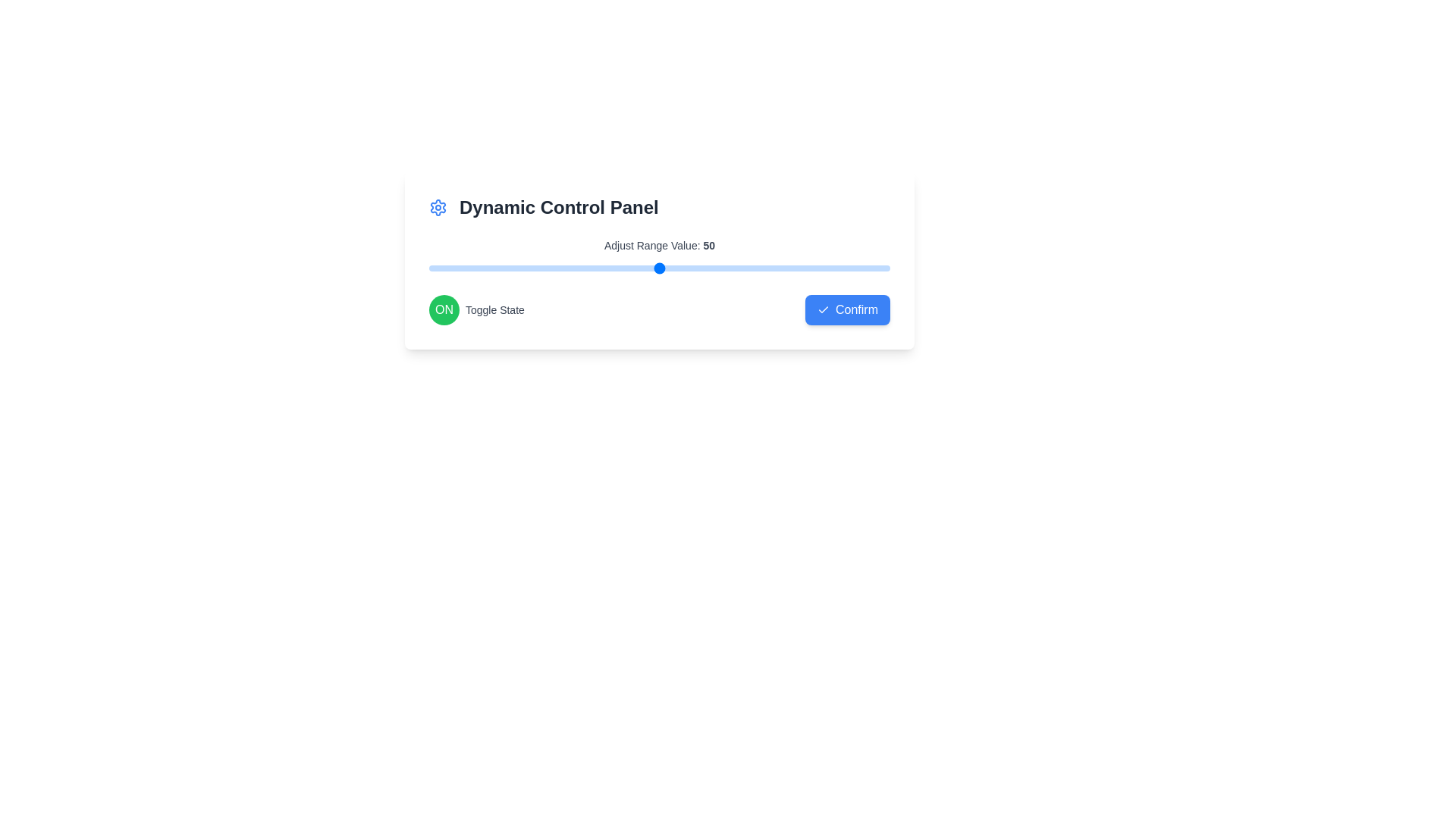 This screenshot has height=819, width=1456. I want to click on the slider value, so click(704, 268).